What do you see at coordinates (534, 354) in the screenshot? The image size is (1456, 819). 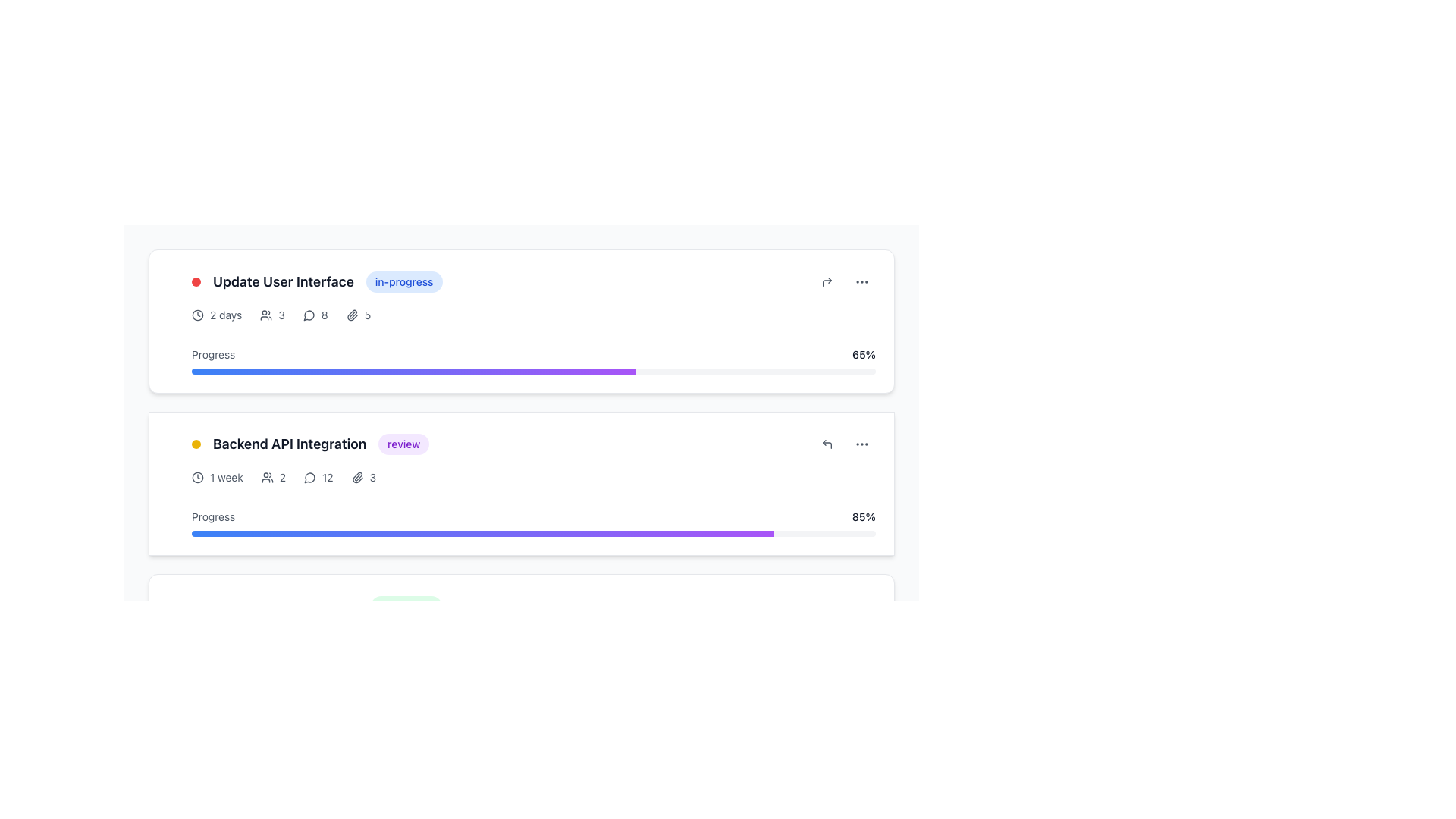 I see `the progress bar located within the 'Update User Interface' card section, which visually indicates the completion percentage of a task or project` at bounding box center [534, 354].